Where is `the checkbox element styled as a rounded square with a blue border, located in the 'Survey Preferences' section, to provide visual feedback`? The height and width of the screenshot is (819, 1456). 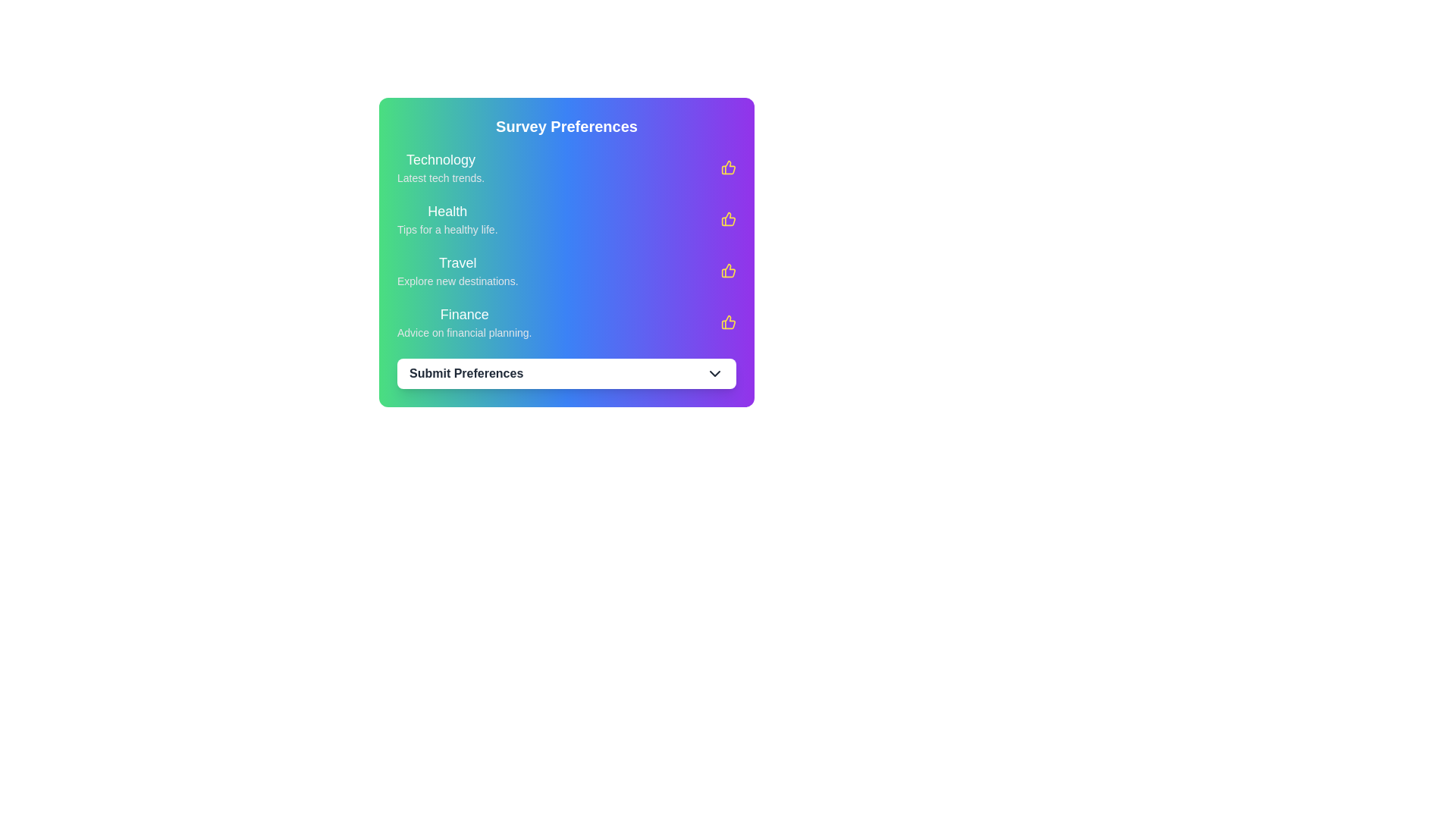
the checkbox element styled as a rounded square with a blue border, located in the 'Survey Preferences' section, to provide visual feedback is located at coordinates (704, 167).